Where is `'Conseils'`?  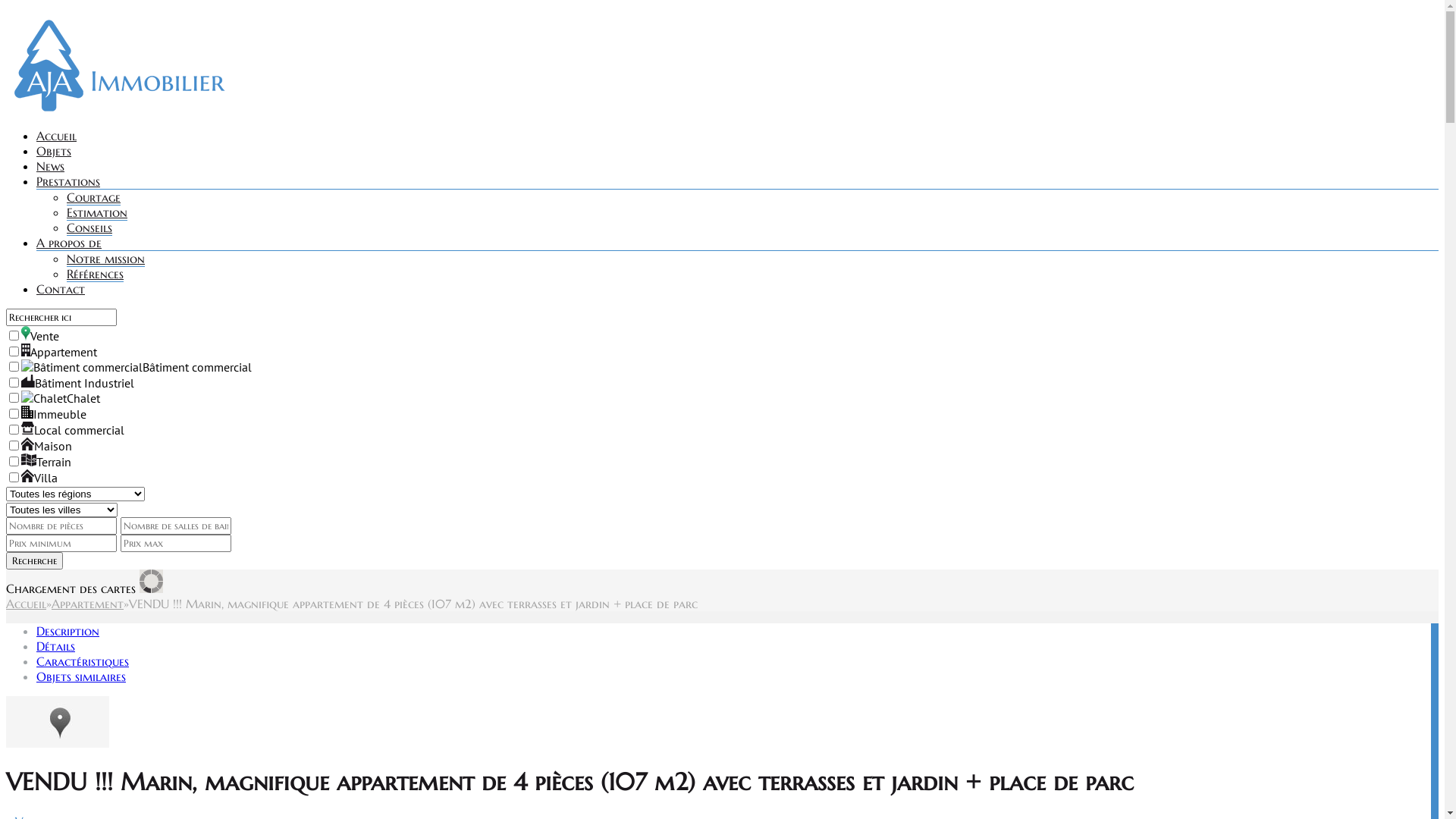 'Conseils' is located at coordinates (89, 227).